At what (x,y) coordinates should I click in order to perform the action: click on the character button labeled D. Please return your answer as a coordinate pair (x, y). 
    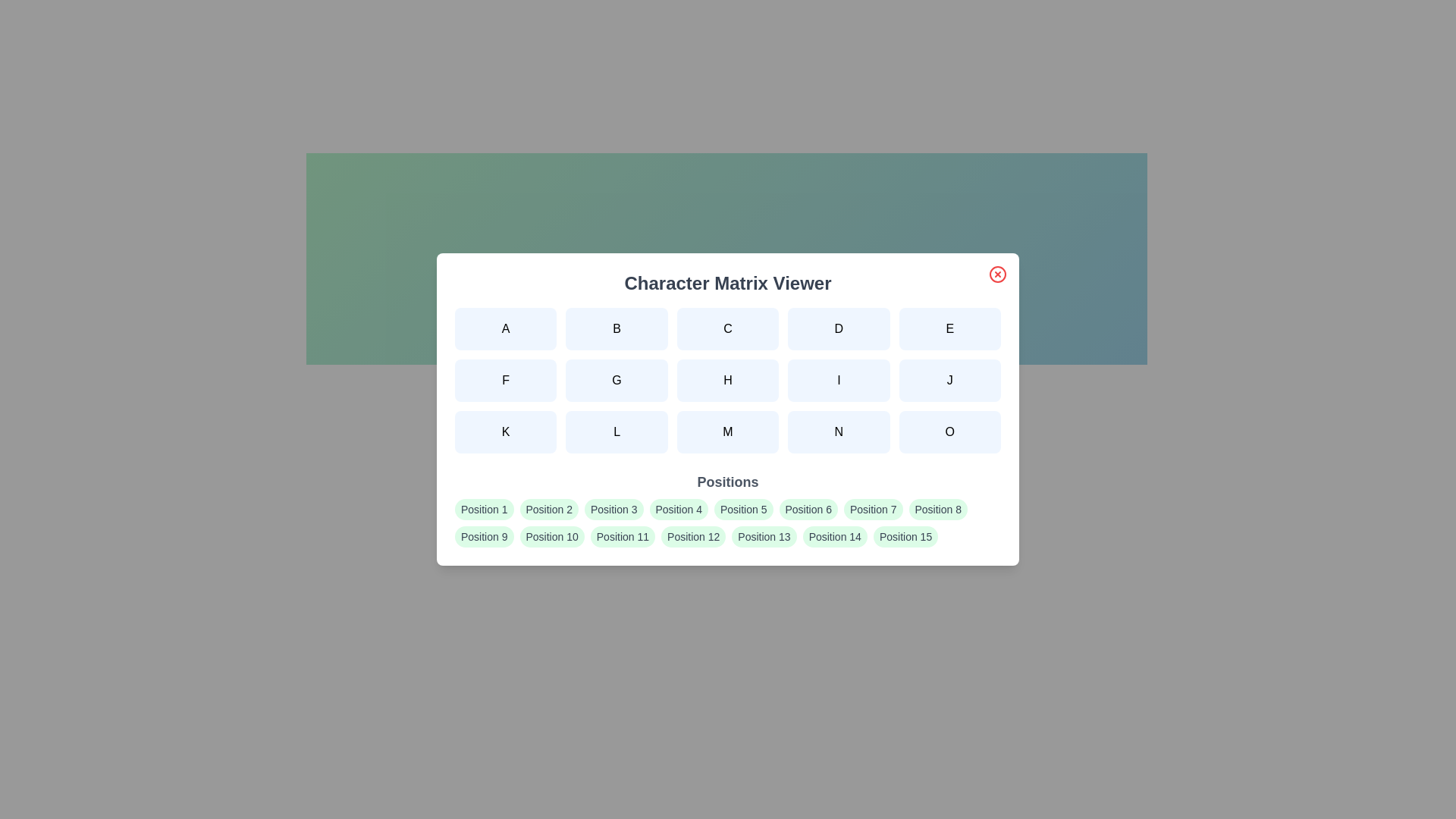
    Looking at the image, I should click on (837, 328).